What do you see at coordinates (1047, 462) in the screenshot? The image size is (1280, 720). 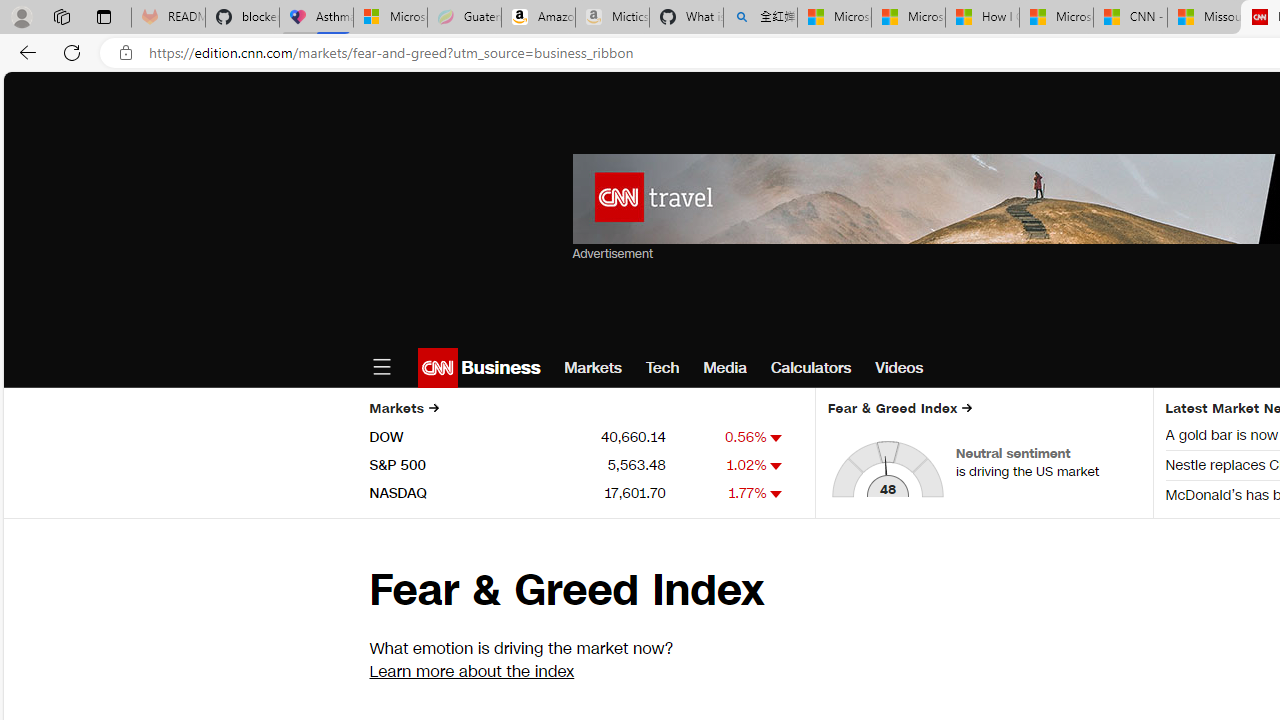 I see `'Neutral sentiment is driving the US market'` at bounding box center [1047, 462].